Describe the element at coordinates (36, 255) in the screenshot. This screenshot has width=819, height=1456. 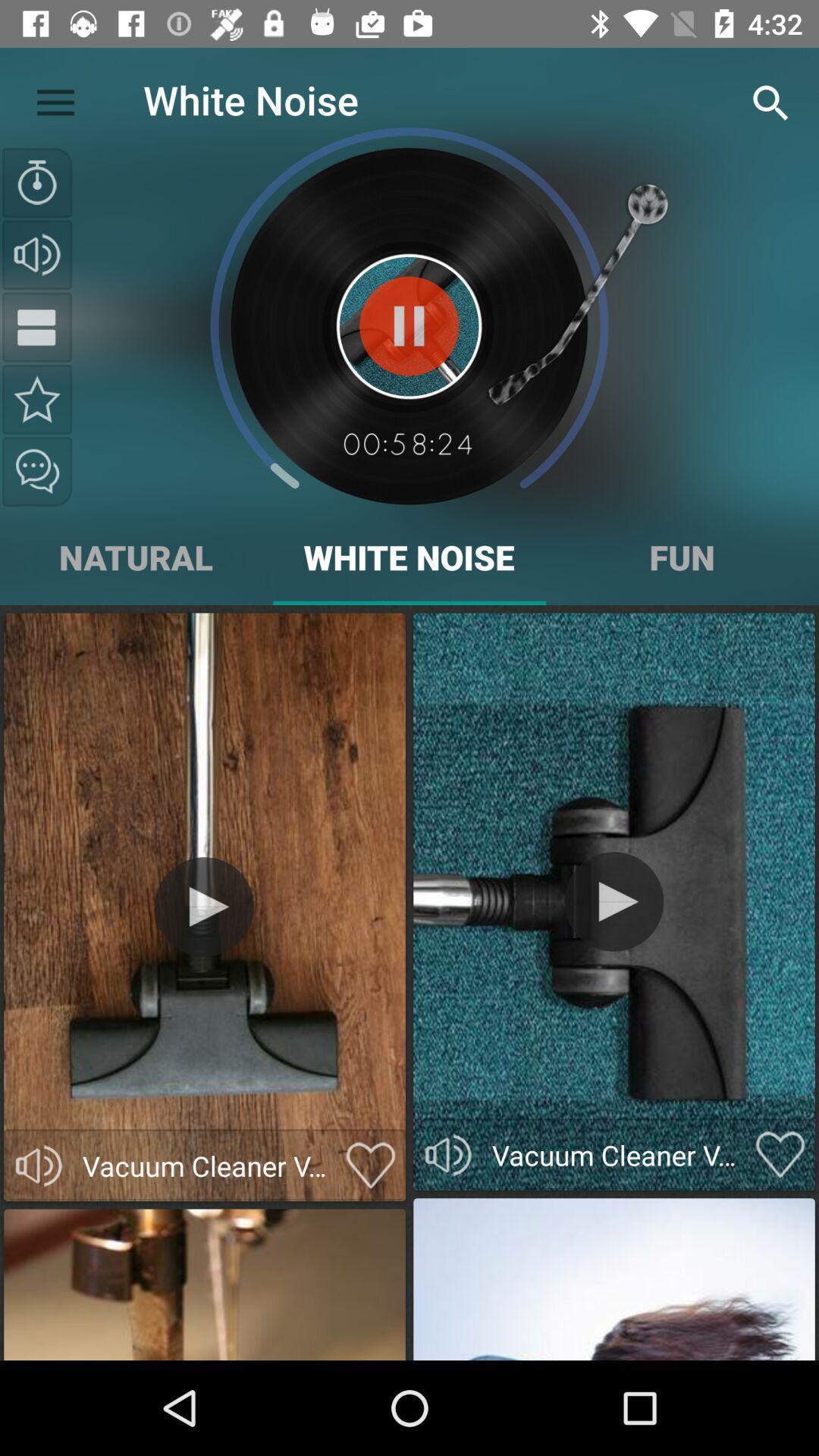
I see `the volume icon` at that location.